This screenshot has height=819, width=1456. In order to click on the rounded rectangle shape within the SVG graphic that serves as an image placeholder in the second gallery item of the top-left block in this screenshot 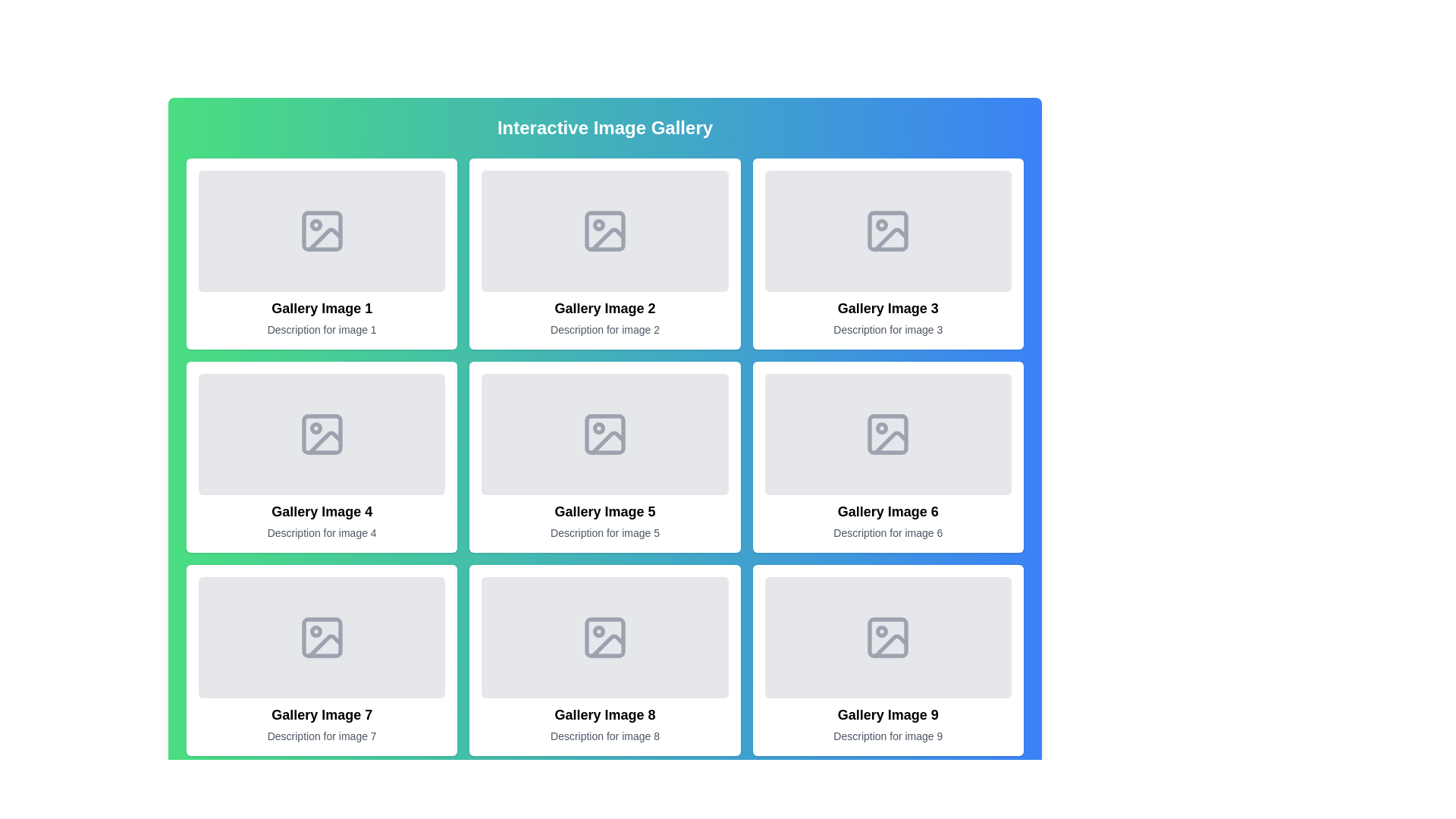, I will do `click(604, 231)`.